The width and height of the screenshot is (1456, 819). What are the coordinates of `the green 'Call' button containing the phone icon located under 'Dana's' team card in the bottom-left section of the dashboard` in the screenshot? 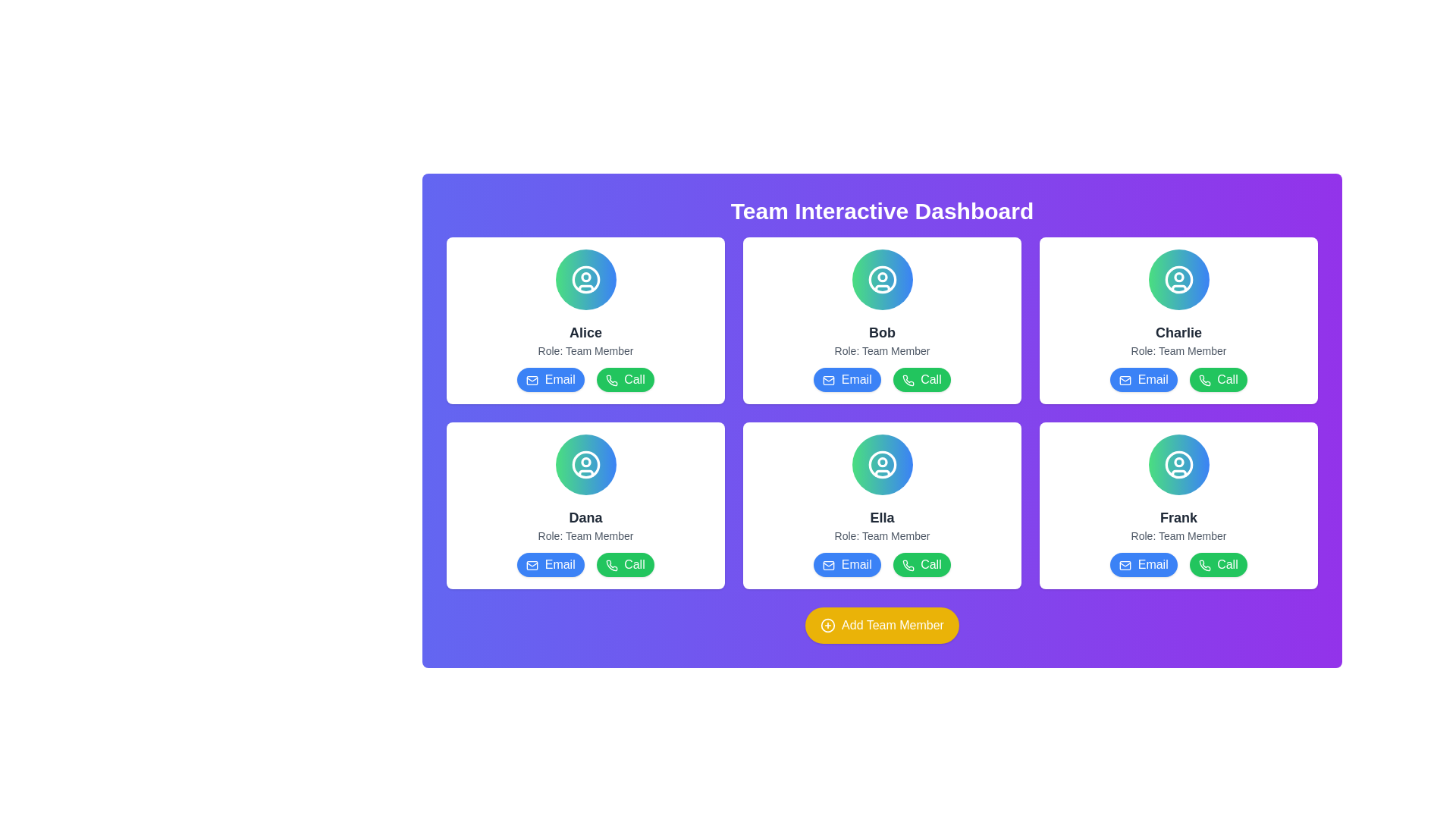 It's located at (611, 565).